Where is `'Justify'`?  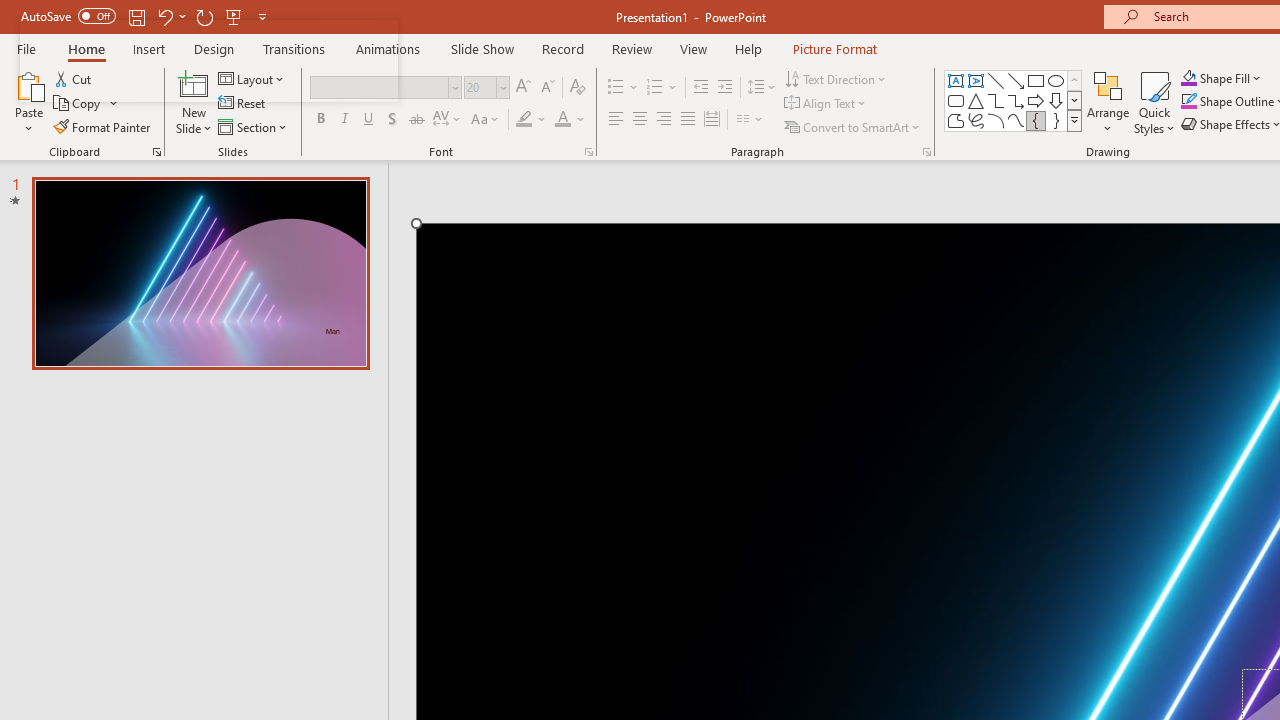 'Justify' is located at coordinates (688, 119).